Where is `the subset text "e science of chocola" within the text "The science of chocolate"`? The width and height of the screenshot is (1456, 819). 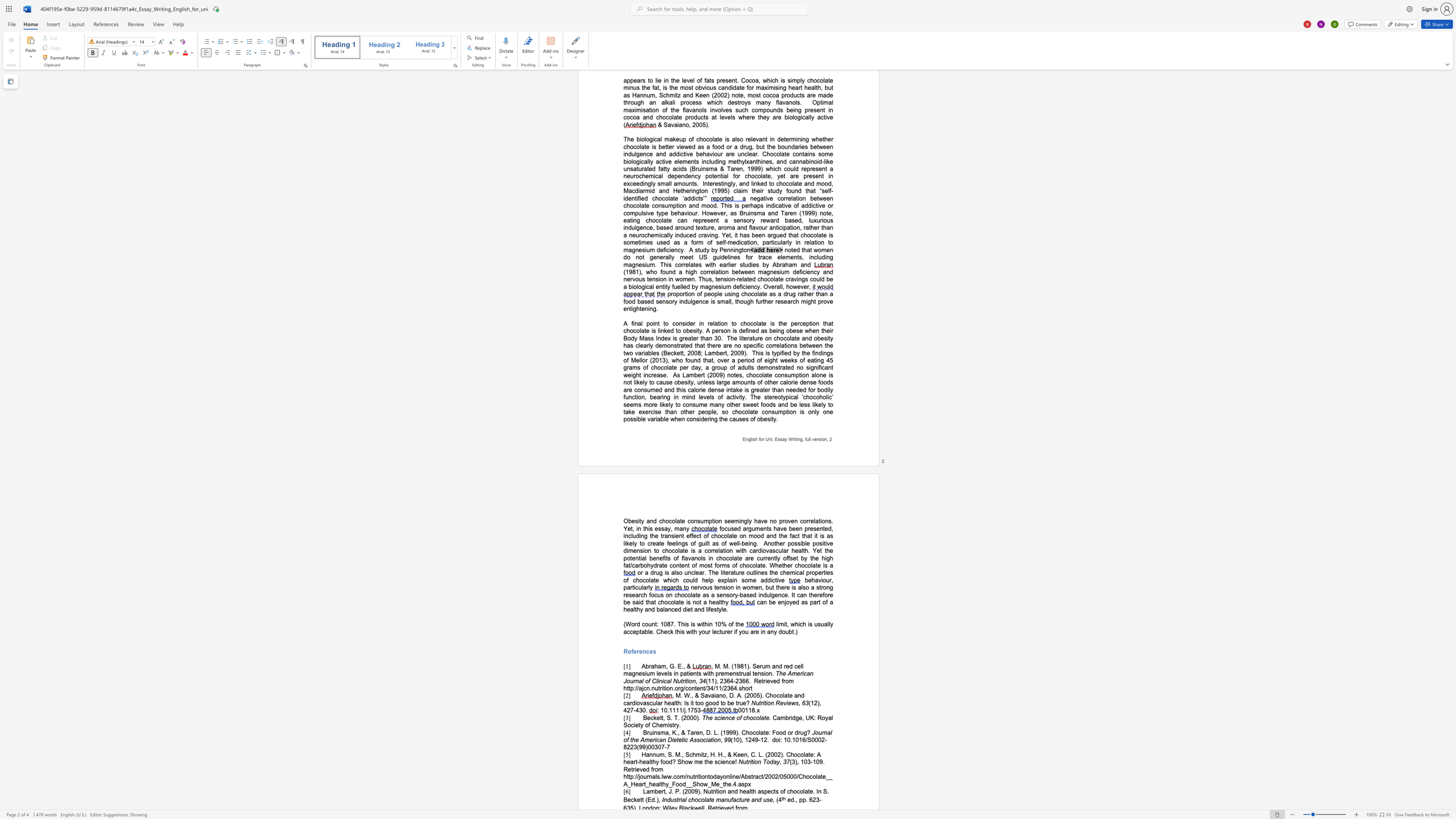
the subset text "e science of chocola" within the text "The science of chocolate" is located at coordinates (708, 717).